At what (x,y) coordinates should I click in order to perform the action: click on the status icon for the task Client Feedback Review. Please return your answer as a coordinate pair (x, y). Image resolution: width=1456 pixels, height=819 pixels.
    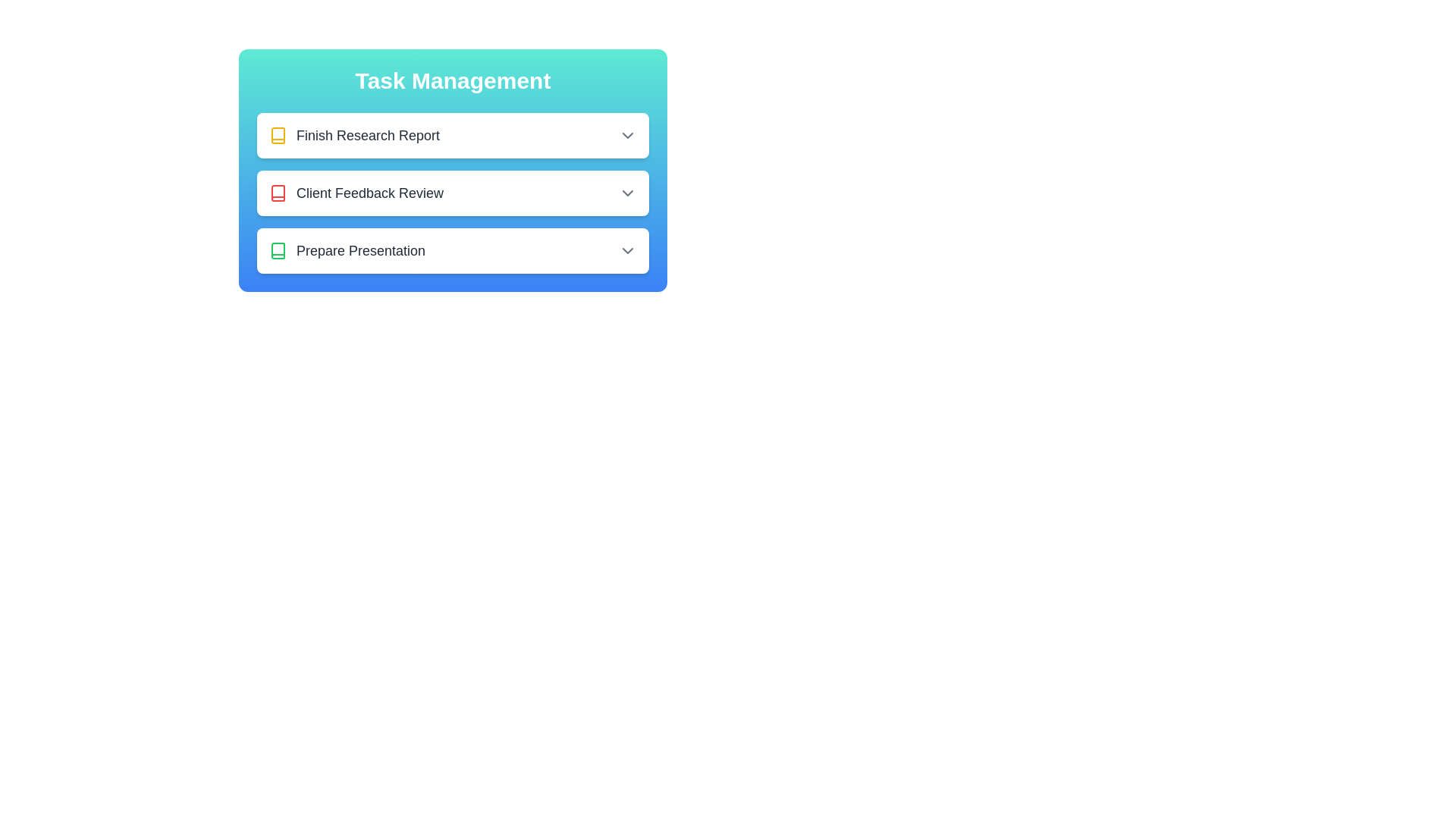
    Looking at the image, I should click on (278, 192).